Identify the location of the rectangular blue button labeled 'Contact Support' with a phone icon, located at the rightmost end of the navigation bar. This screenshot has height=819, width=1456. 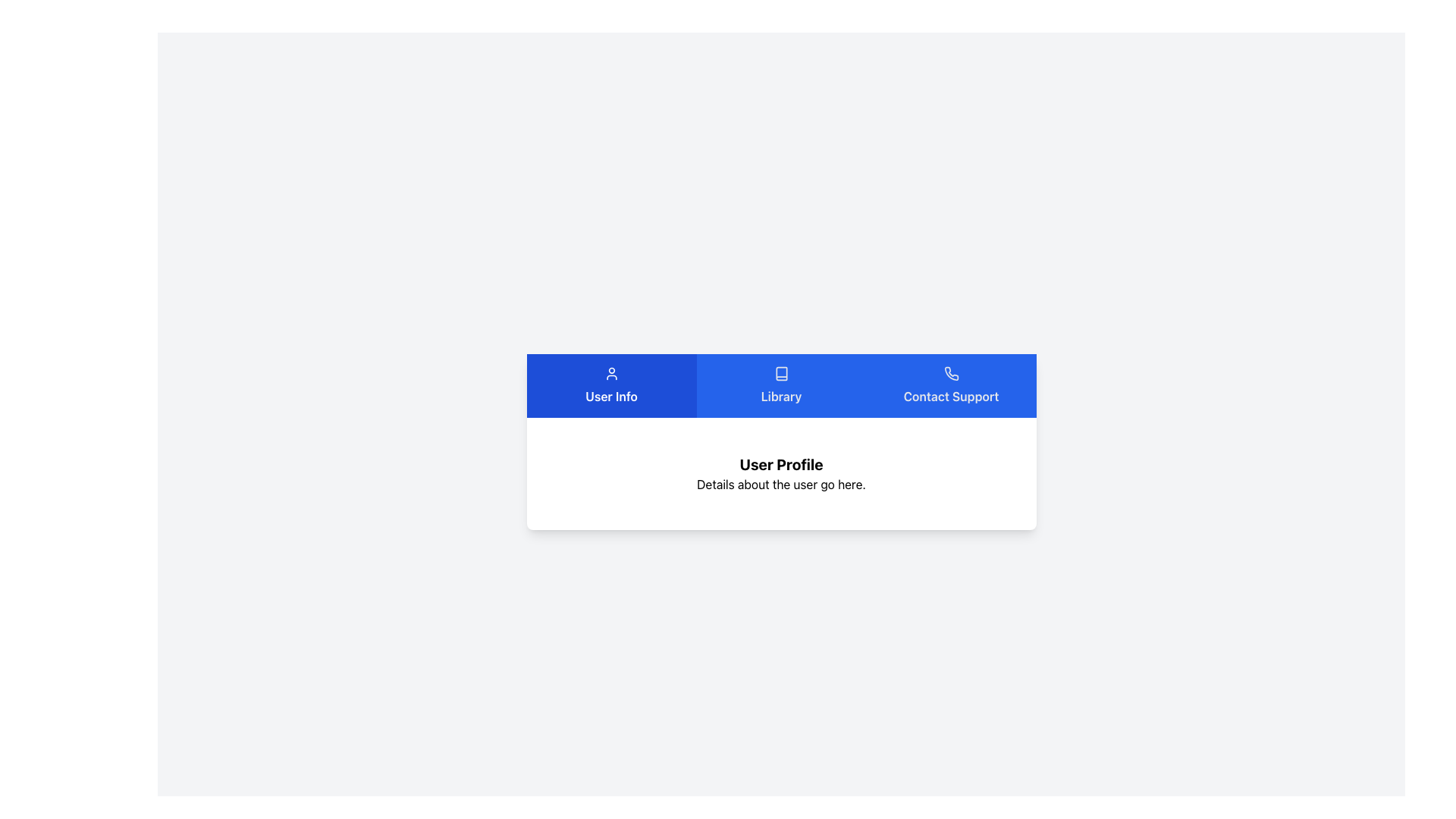
(949, 385).